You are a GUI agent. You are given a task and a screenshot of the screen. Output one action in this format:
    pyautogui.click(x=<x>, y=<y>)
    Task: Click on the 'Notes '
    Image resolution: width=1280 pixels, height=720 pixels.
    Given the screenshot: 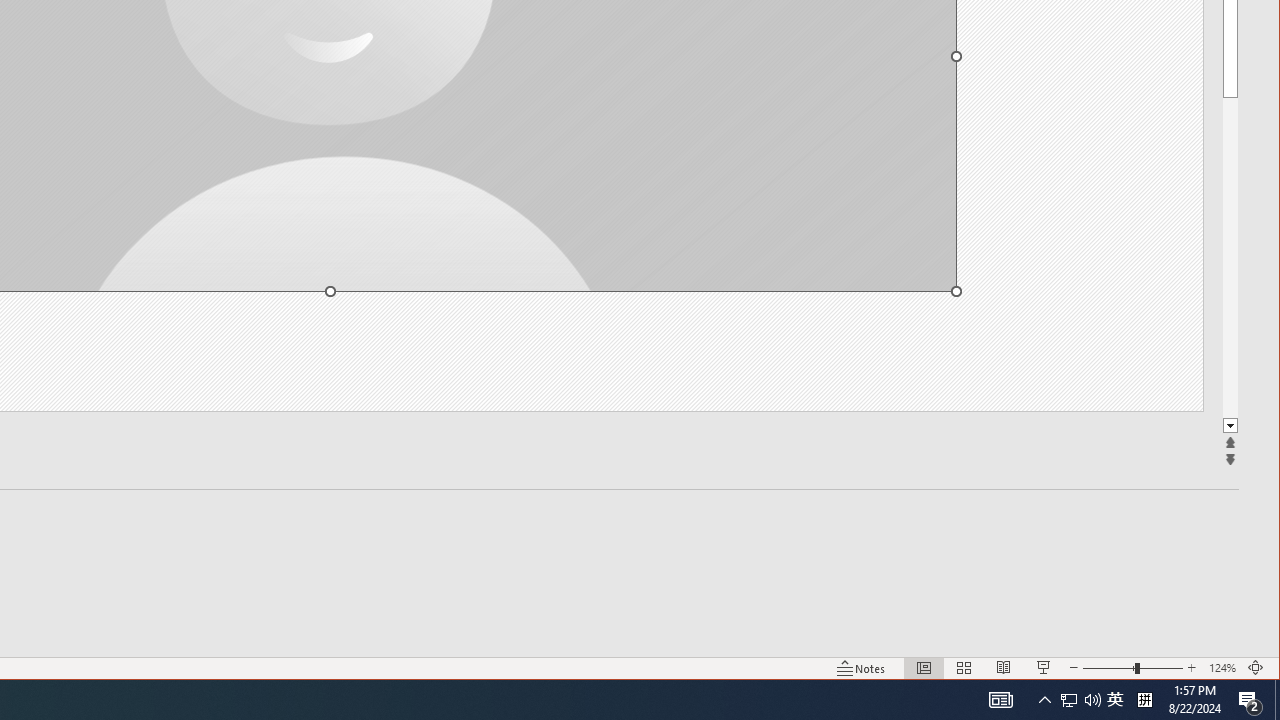 What is the action you would take?
    pyautogui.click(x=861, y=668)
    